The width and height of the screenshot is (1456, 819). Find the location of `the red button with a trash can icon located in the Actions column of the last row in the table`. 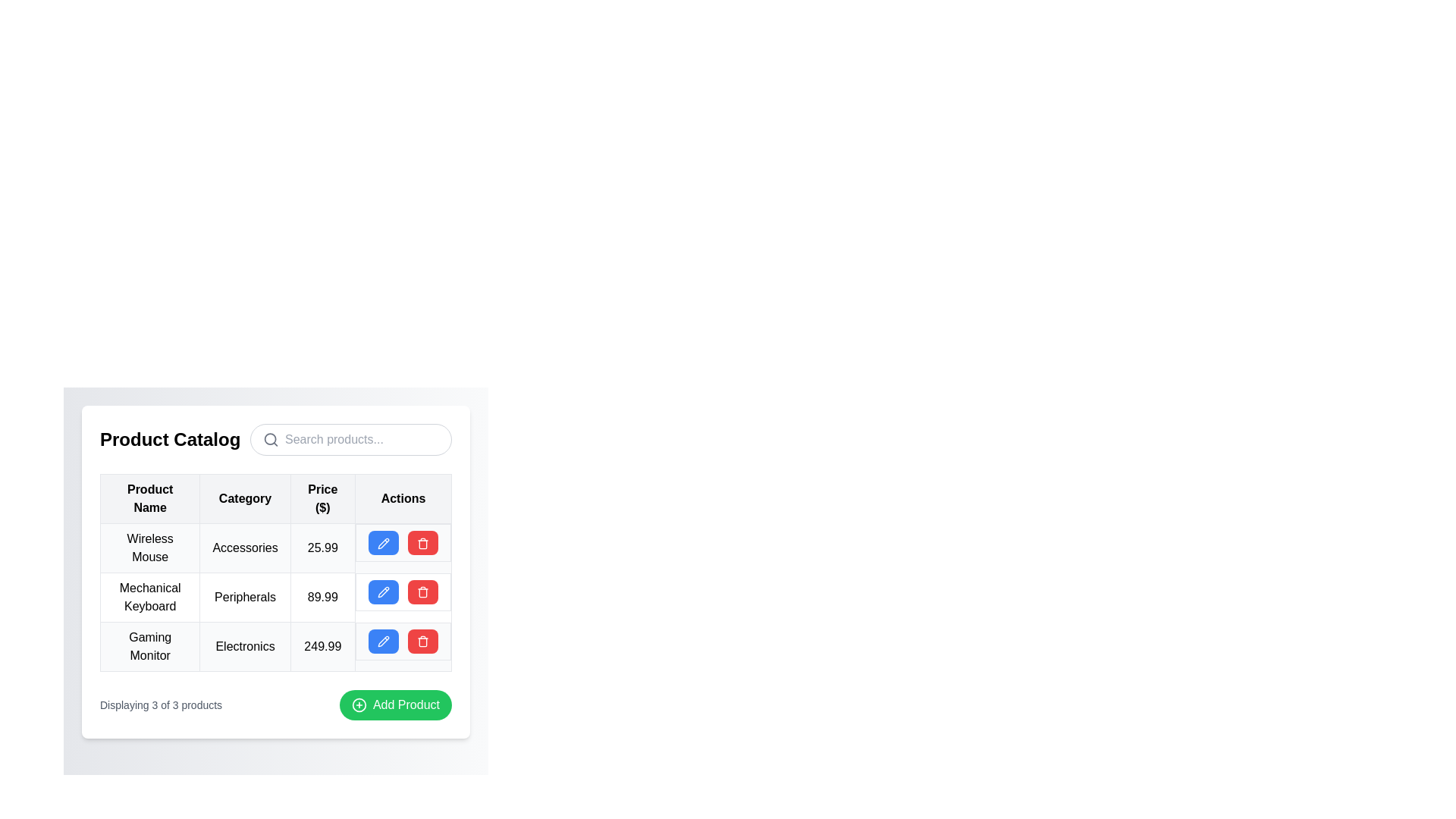

the red button with a trash can icon located in the Actions column of the last row in the table is located at coordinates (422, 641).